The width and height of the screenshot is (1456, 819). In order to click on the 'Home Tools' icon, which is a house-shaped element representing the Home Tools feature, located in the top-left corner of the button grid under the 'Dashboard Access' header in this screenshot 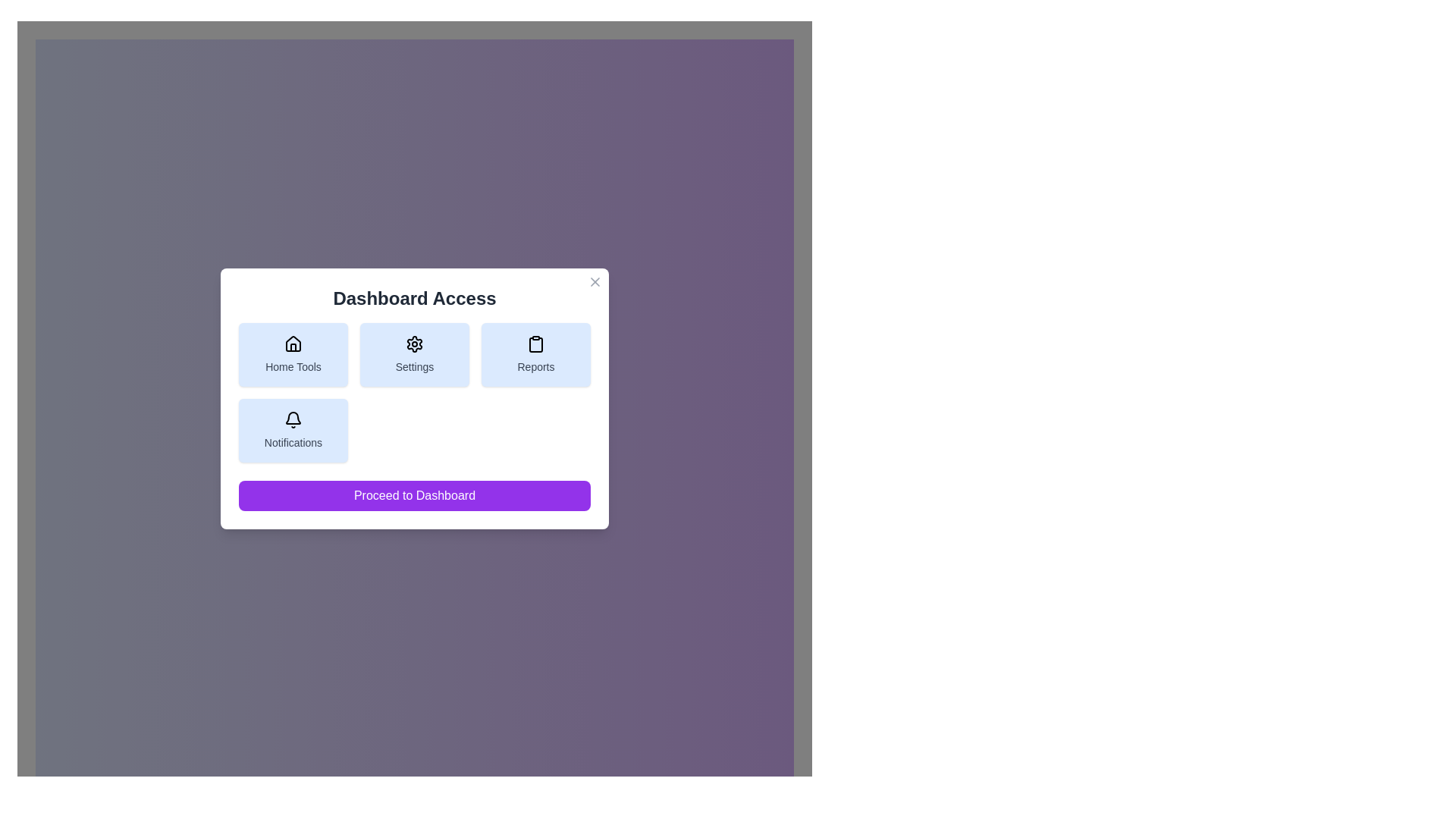, I will do `click(293, 343)`.